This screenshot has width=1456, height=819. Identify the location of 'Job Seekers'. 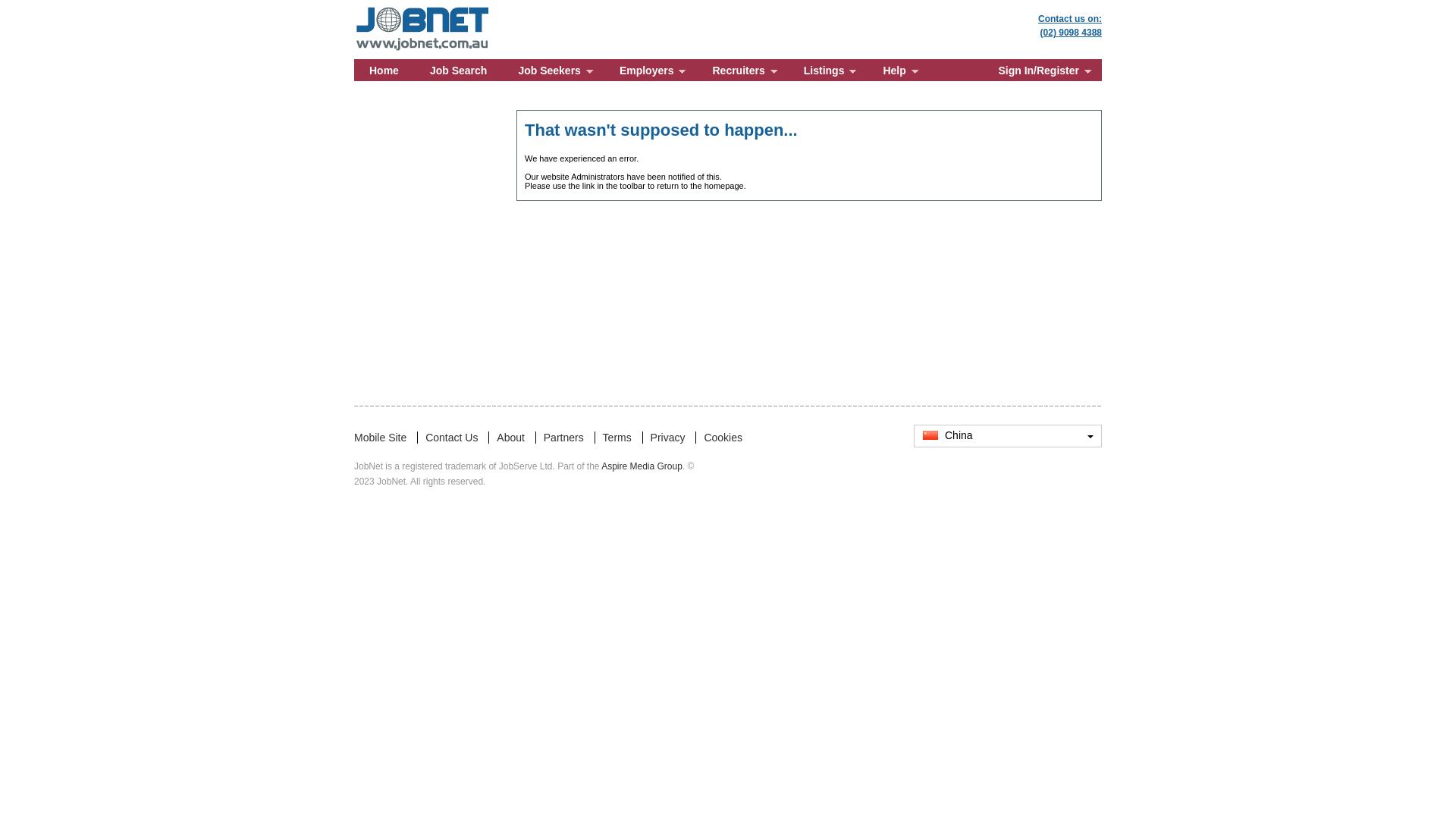
(552, 70).